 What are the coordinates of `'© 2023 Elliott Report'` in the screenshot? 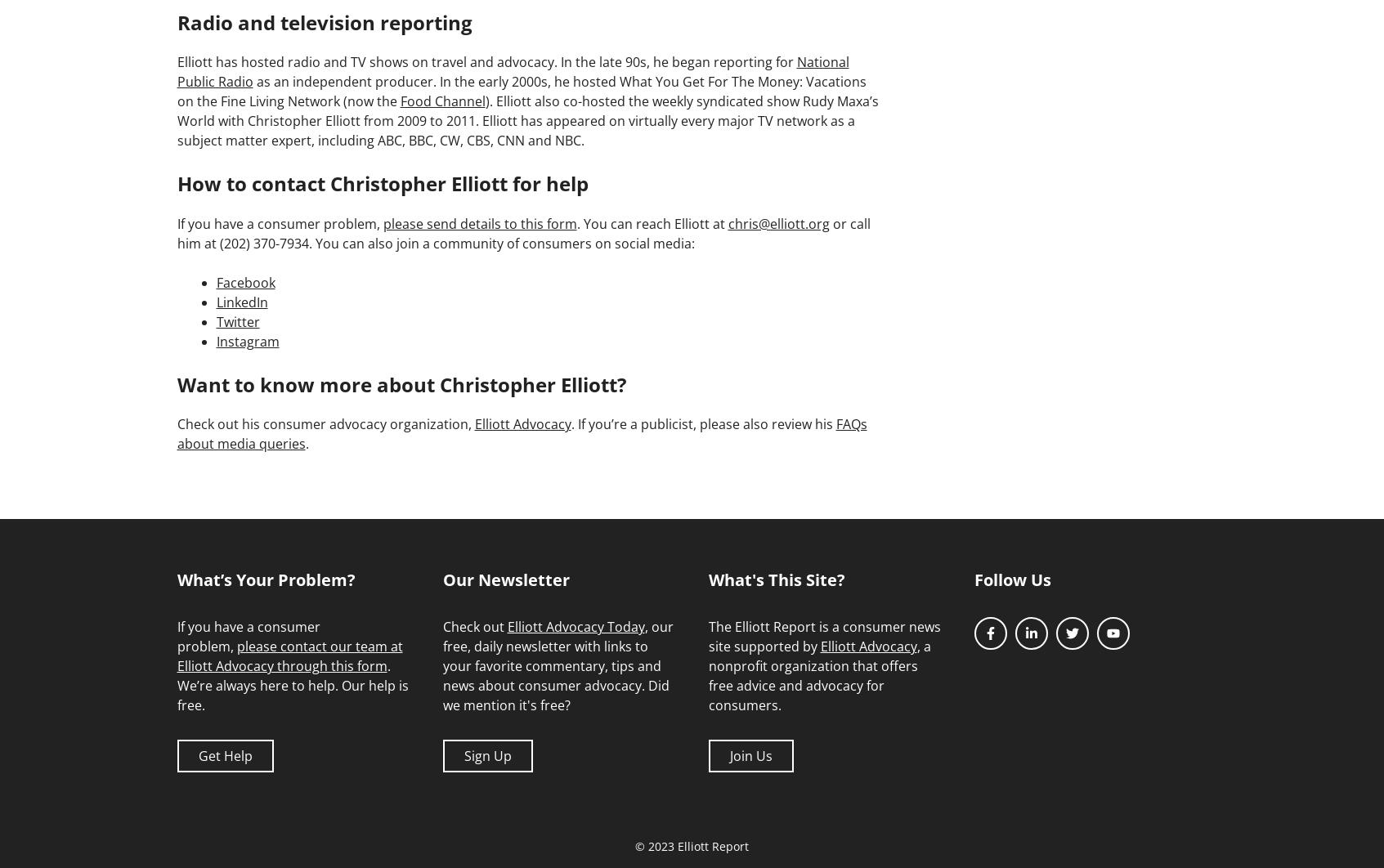 It's located at (691, 845).